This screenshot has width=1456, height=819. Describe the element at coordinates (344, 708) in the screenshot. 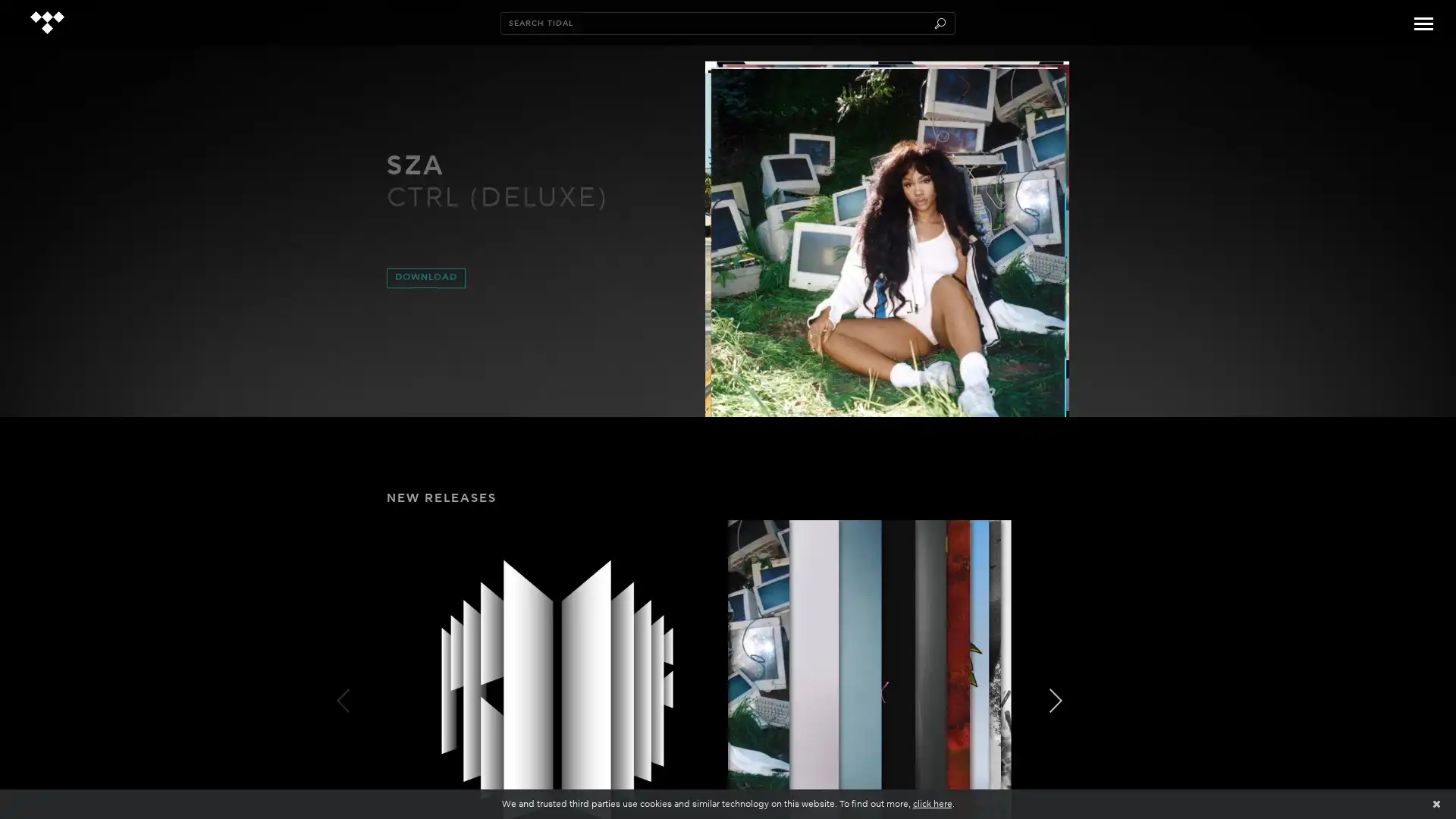

I see `PREV` at that location.